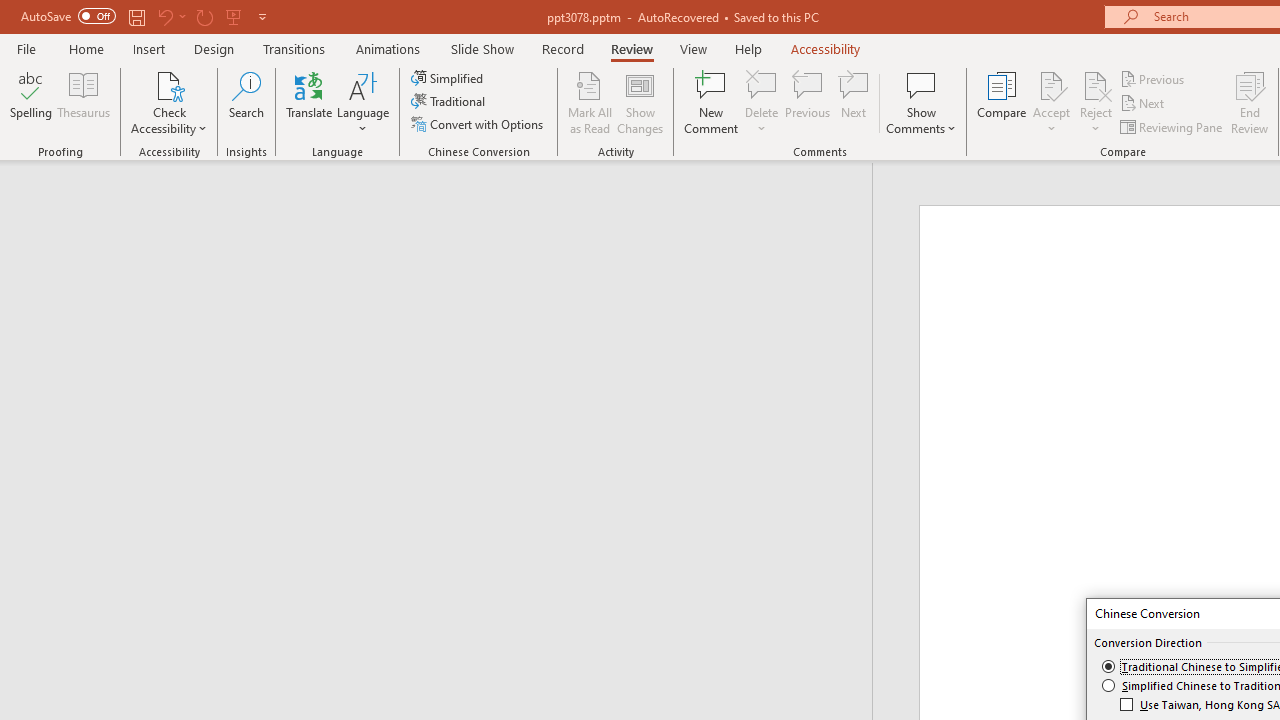  What do you see at coordinates (448, 101) in the screenshot?
I see `'Traditional'` at bounding box center [448, 101].